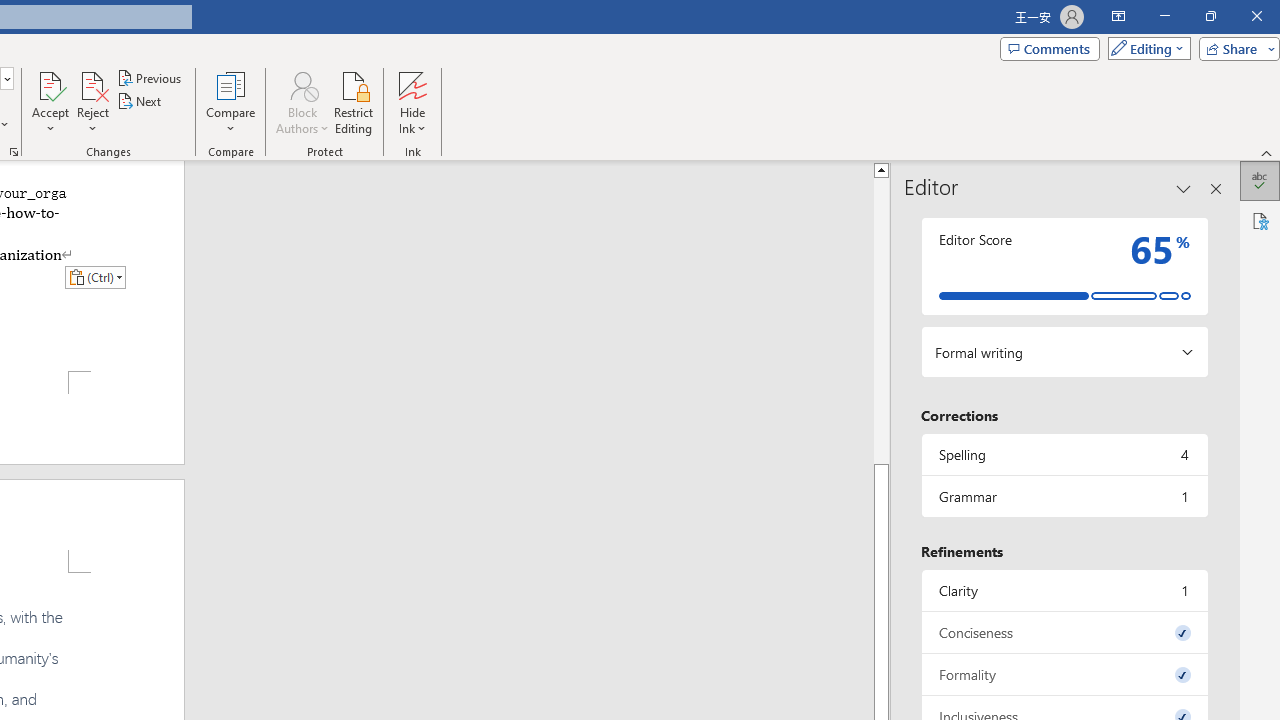 This screenshot has width=1280, height=720. What do you see at coordinates (150, 77) in the screenshot?
I see `'Previous'` at bounding box center [150, 77].